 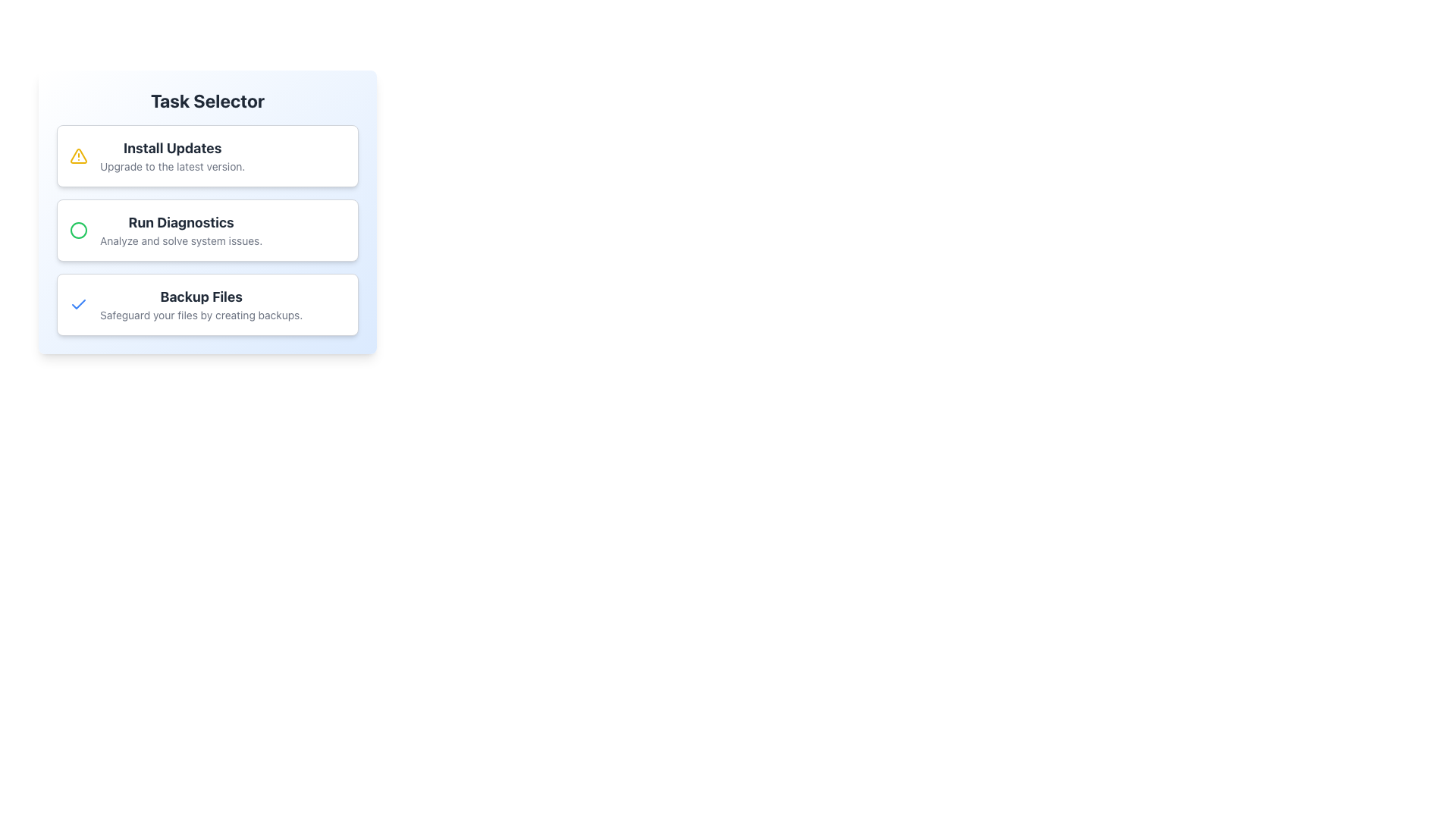 What do you see at coordinates (78, 155) in the screenshot?
I see `the warning icon located to the left of the 'Install Updates' label in the menu` at bounding box center [78, 155].